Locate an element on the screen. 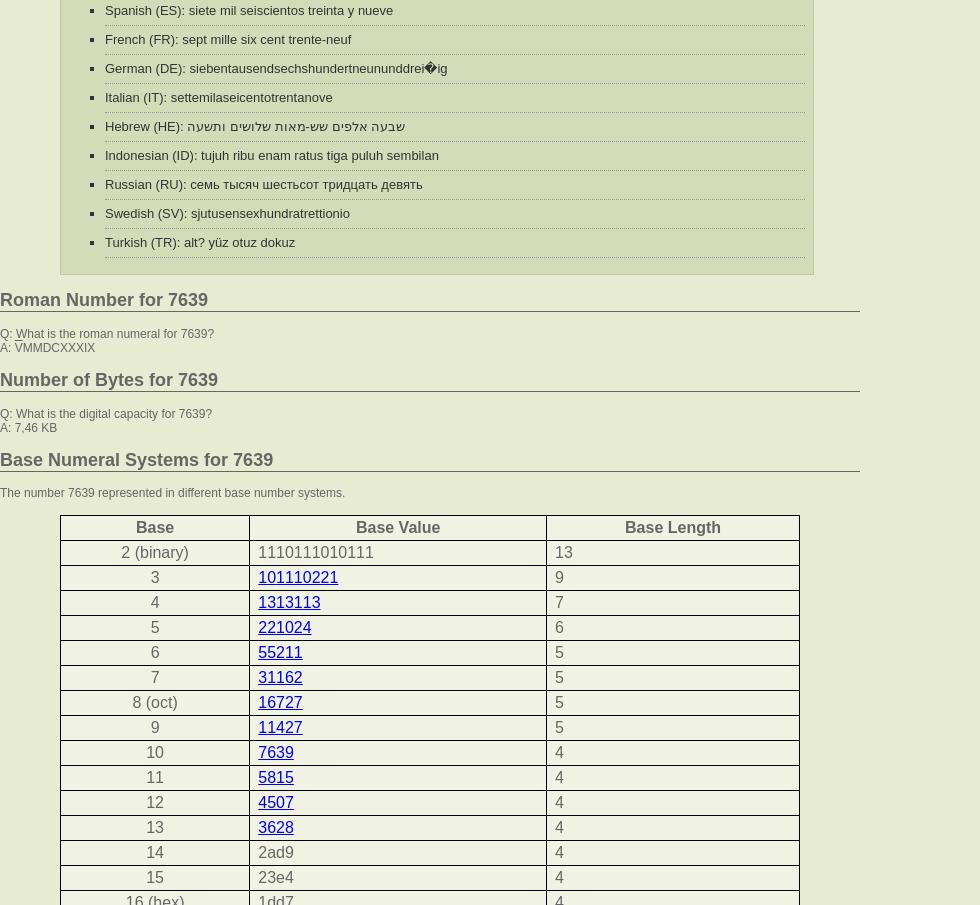 The height and width of the screenshot is (905, 980). 'Base Value' is located at coordinates (397, 526).